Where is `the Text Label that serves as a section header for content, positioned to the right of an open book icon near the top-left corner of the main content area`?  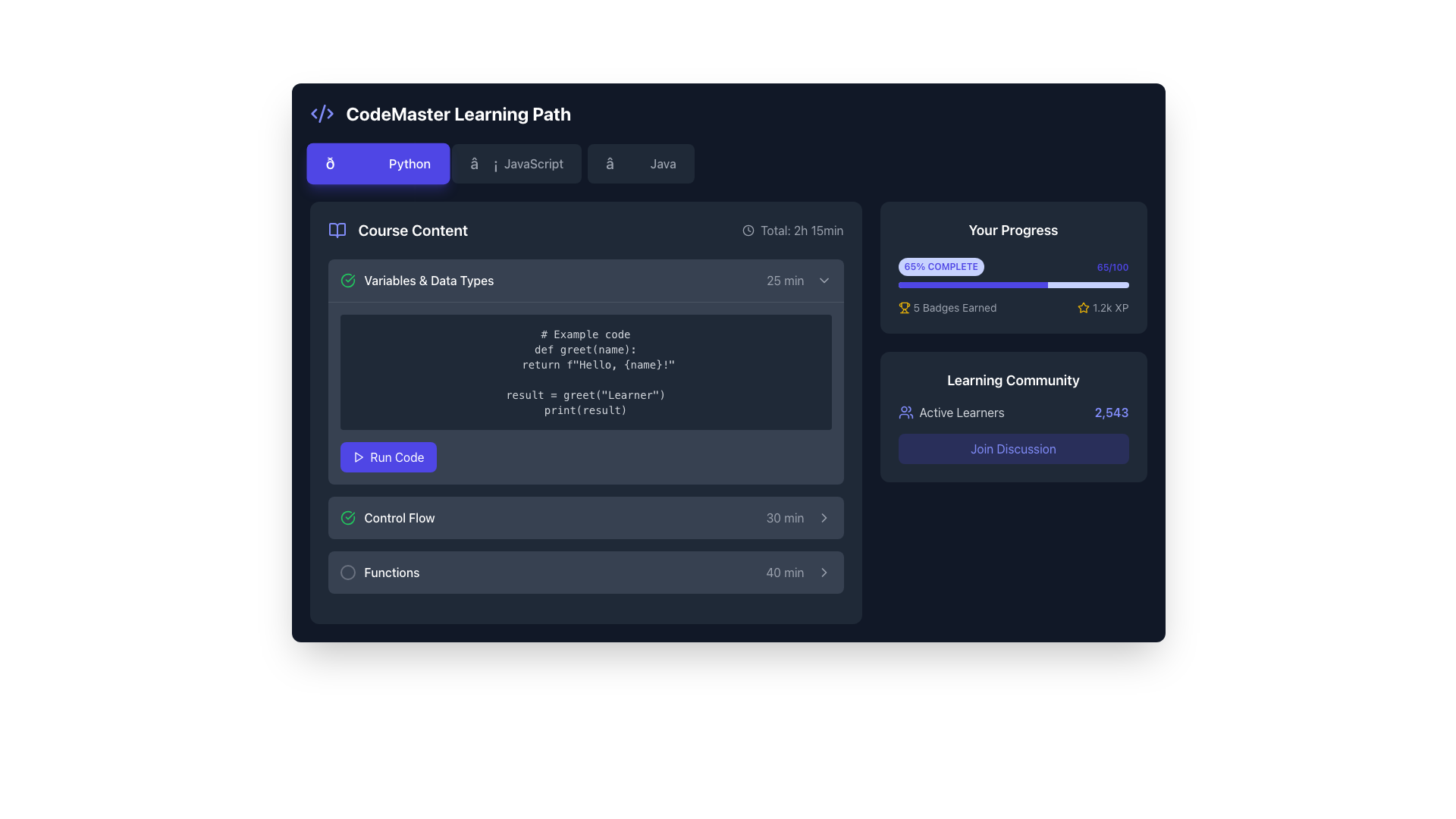
the Text Label that serves as a section header for content, positioned to the right of an open book icon near the top-left corner of the main content area is located at coordinates (413, 231).